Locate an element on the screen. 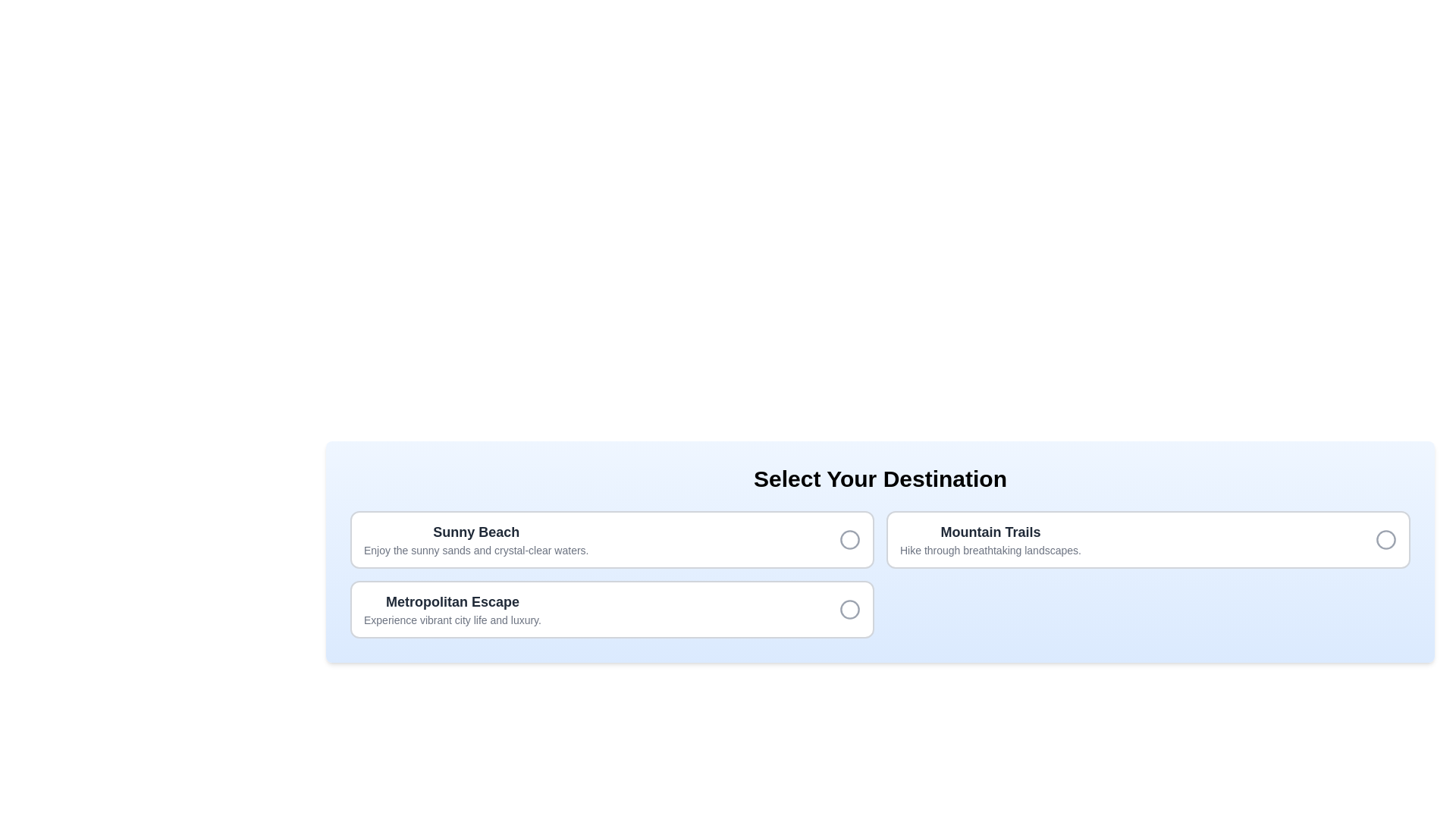  the destination option labeled 'Mountain Trails' by clicking on the bold dark gray text element in the rightmost destination option card is located at coordinates (990, 532).